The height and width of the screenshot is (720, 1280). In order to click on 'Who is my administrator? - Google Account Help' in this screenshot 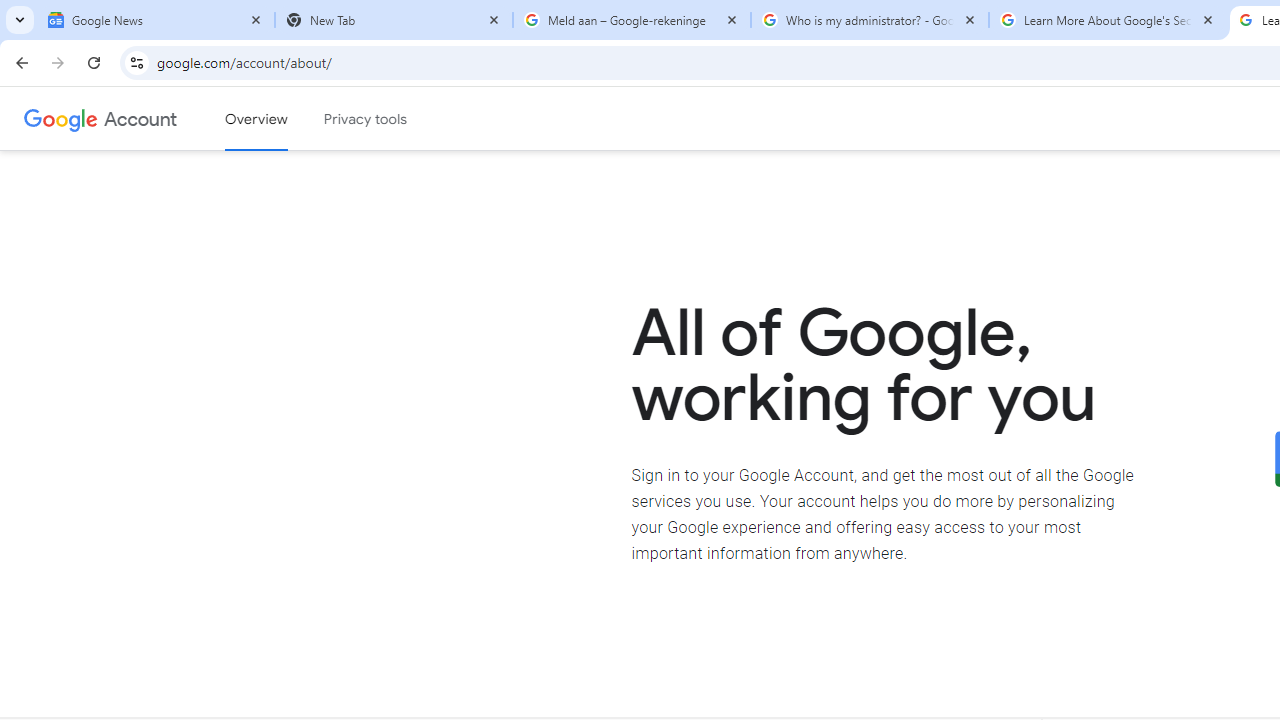, I will do `click(870, 20)`.